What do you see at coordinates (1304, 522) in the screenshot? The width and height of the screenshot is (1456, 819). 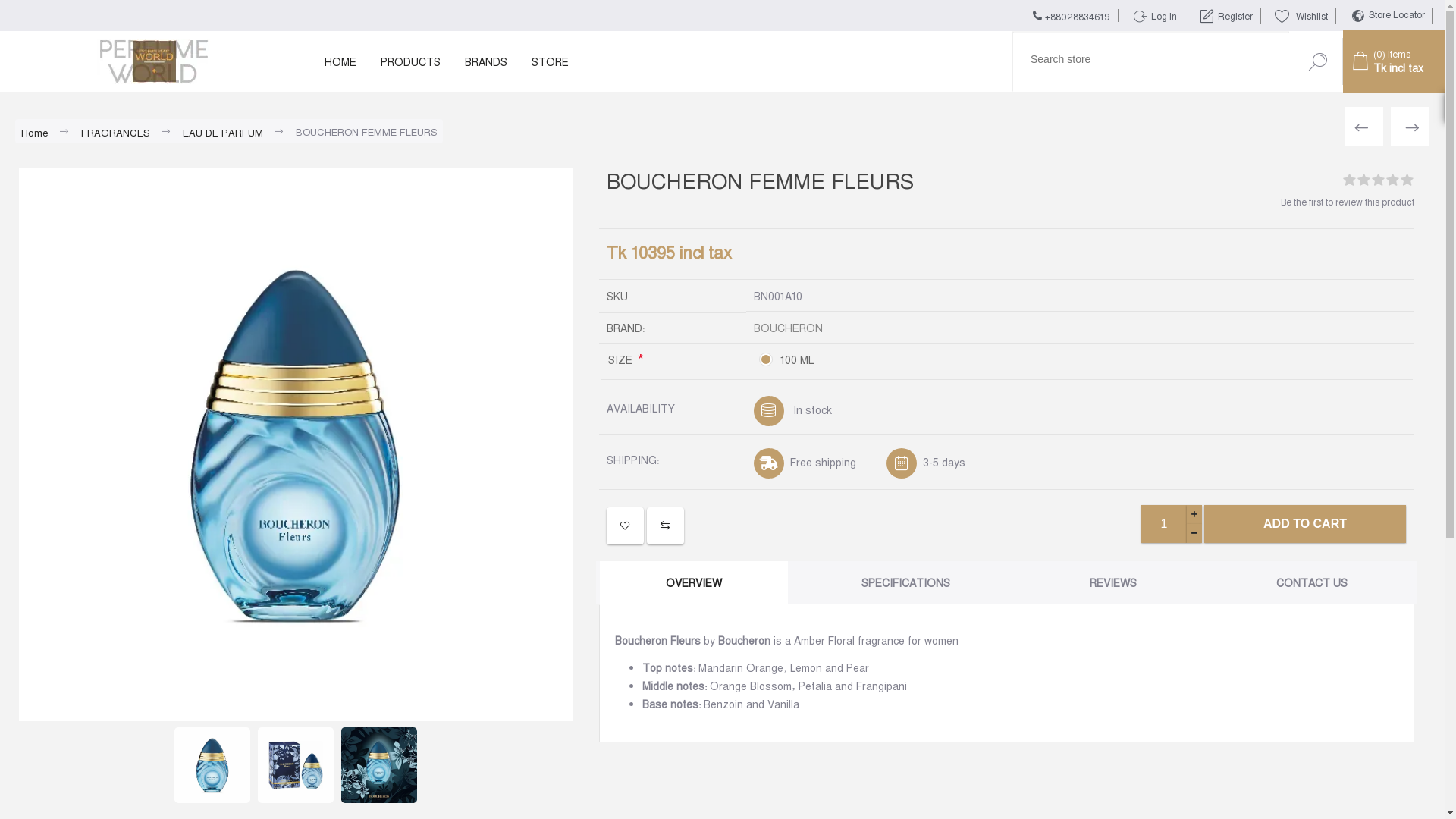 I see `'ADD TO CART'` at bounding box center [1304, 522].